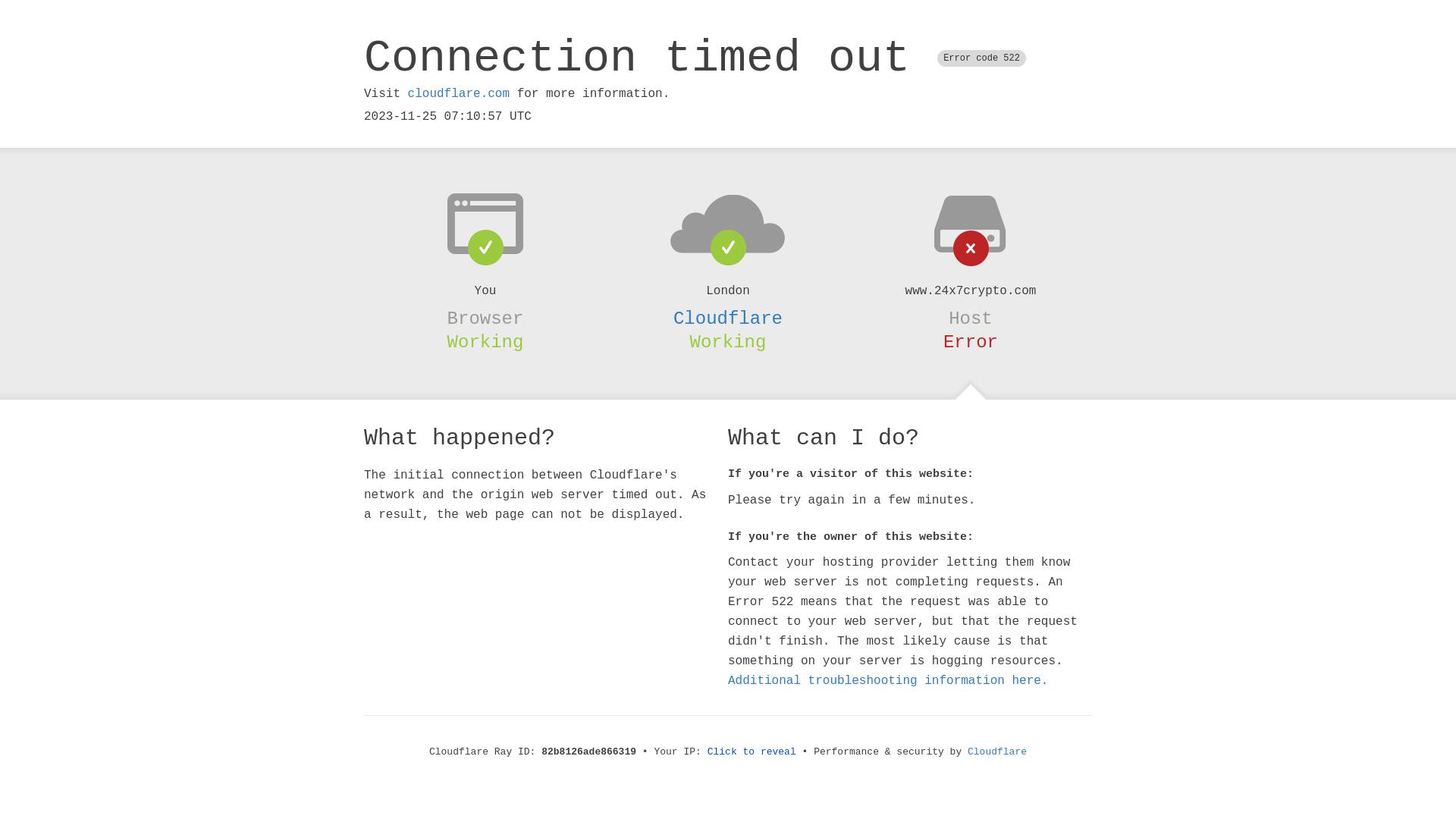 This screenshot has height=819, width=1456. Describe the element at coordinates (728, 318) in the screenshot. I see `'Cloudflare'` at that location.